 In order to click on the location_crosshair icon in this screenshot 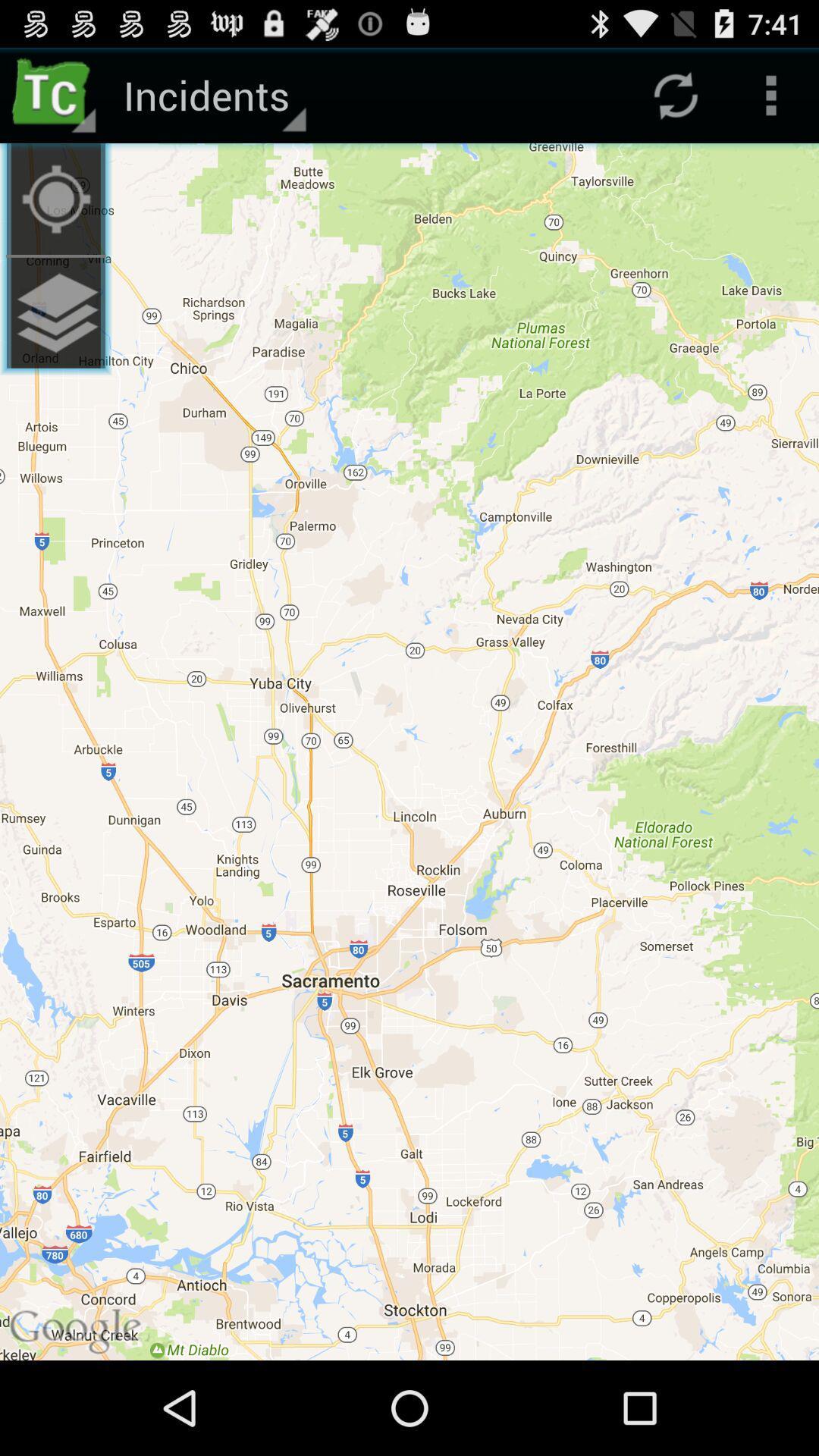, I will do `click(55, 212)`.